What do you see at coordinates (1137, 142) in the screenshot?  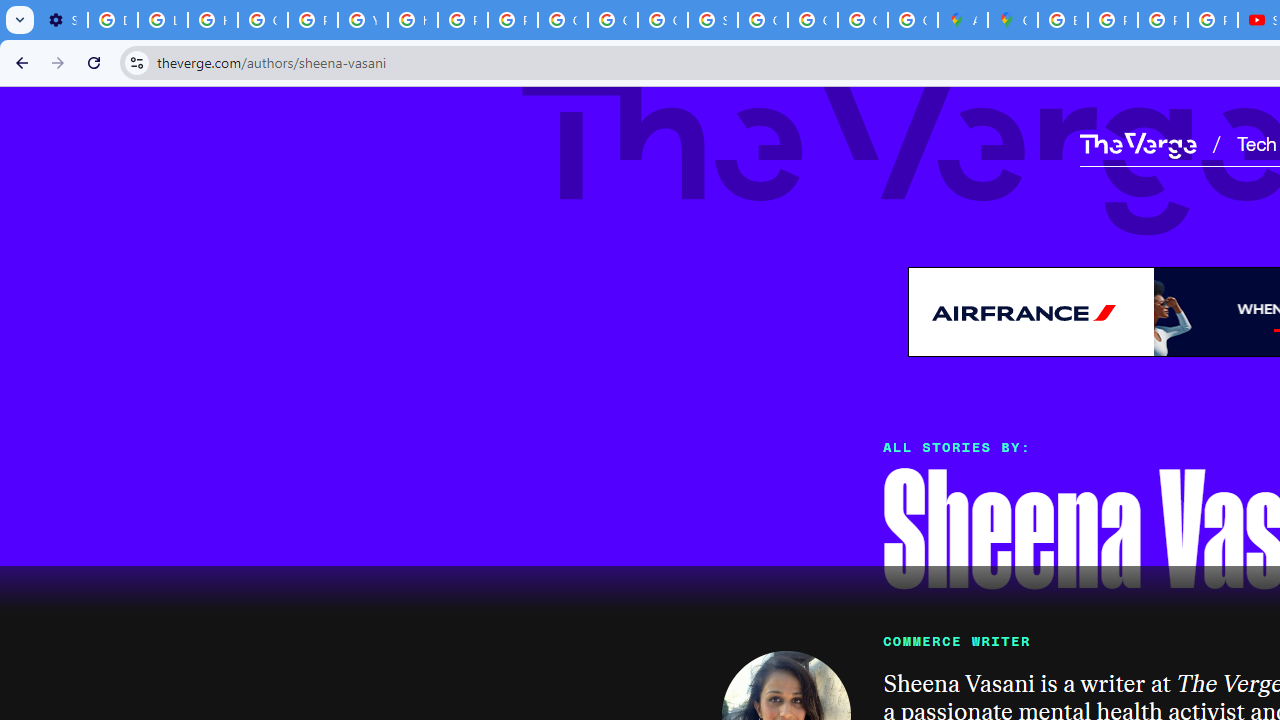 I see `'The Verge homepage The Verge'` at bounding box center [1137, 142].